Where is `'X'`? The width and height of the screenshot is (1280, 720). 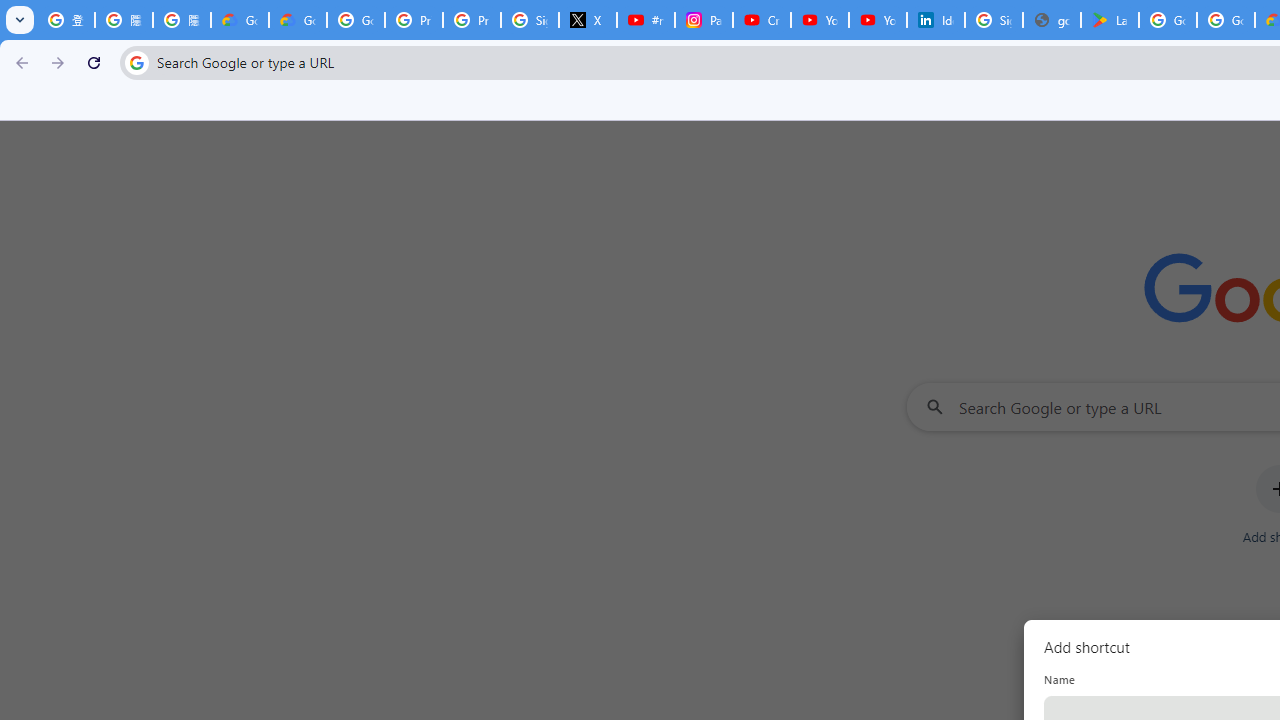
'X' is located at coordinates (587, 20).